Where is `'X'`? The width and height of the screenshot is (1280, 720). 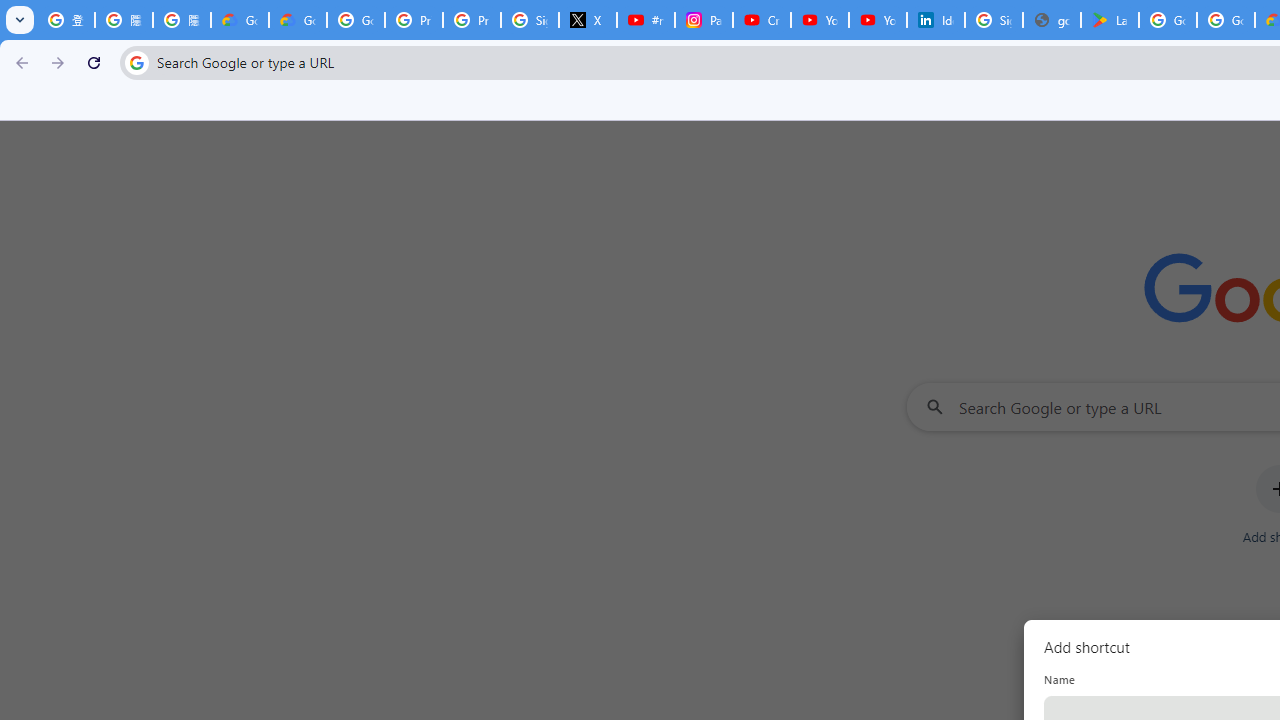
'X' is located at coordinates (587, 20).